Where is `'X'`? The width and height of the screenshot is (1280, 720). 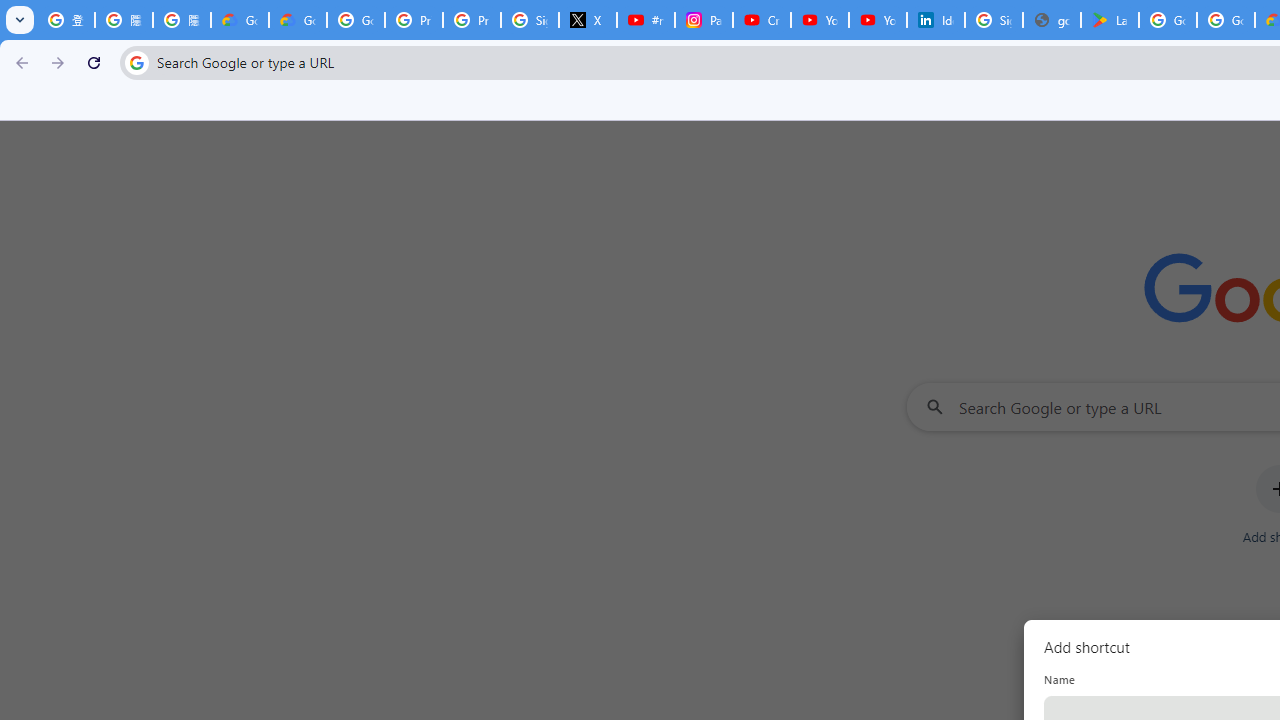
'X' is located at coordinates (587, 20).